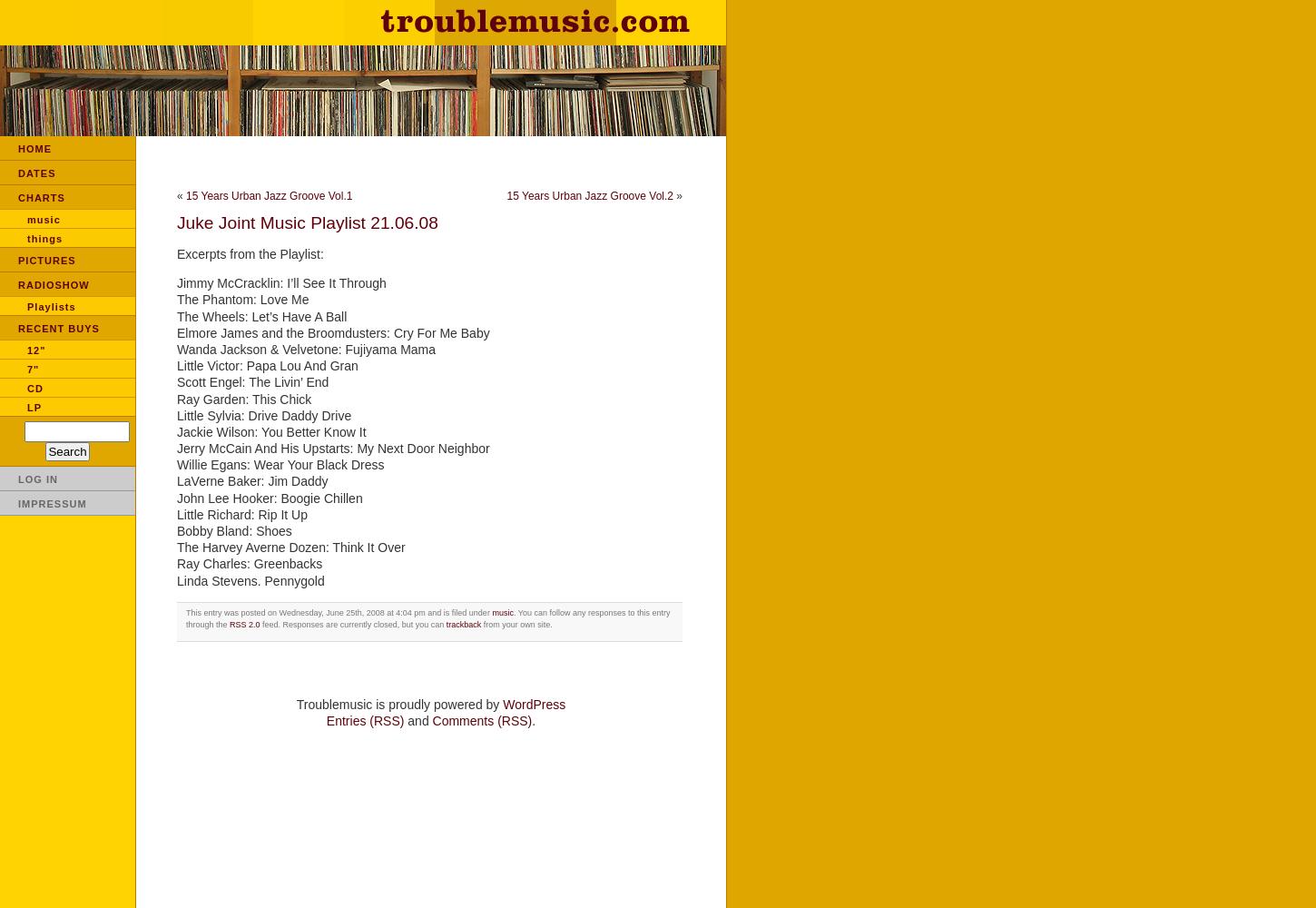 The height and width of the screenshot is (908, 1316). What do you see at coordinates (480, 625) in the screenshot?
I see `'from your own site.'` at bounding box center [480, 625].